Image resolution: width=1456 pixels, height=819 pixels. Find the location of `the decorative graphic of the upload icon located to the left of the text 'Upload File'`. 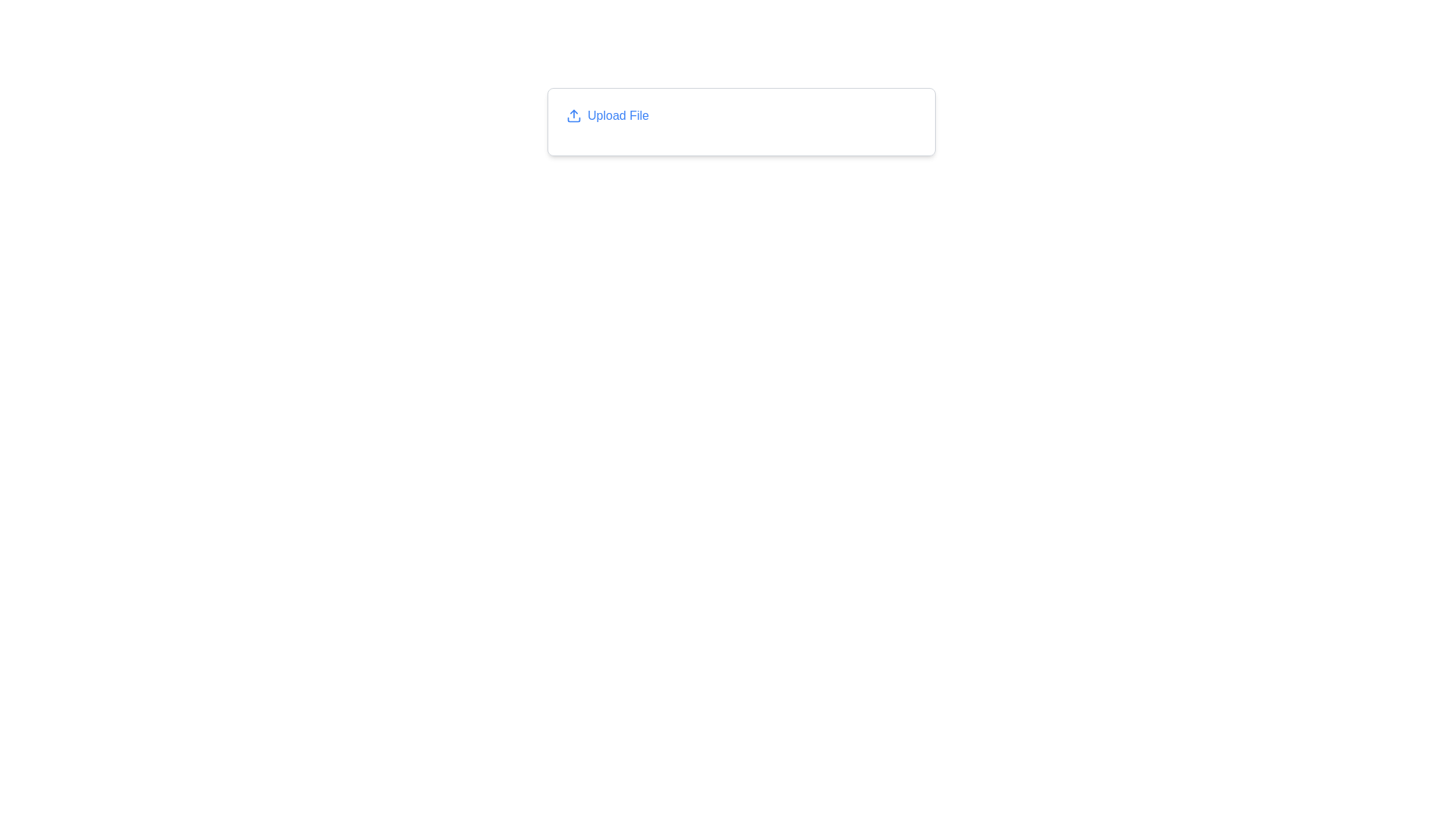

the decorative graphic of the upload icon located to the left of the text 'Upload File' is located at coordinates (573, 119).